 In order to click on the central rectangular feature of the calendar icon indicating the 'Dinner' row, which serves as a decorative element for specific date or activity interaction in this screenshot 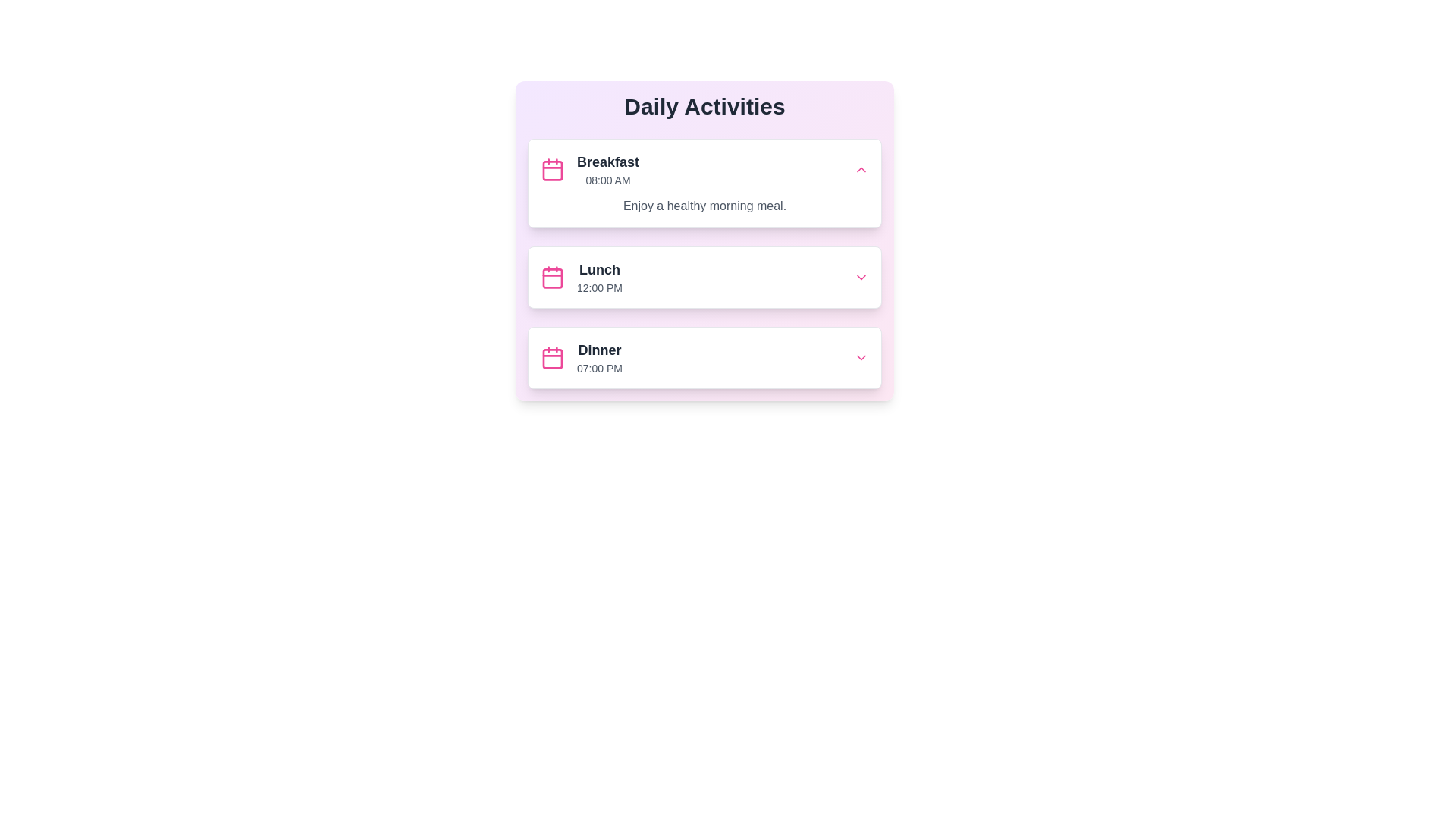, I will do `click(552, 359)`.